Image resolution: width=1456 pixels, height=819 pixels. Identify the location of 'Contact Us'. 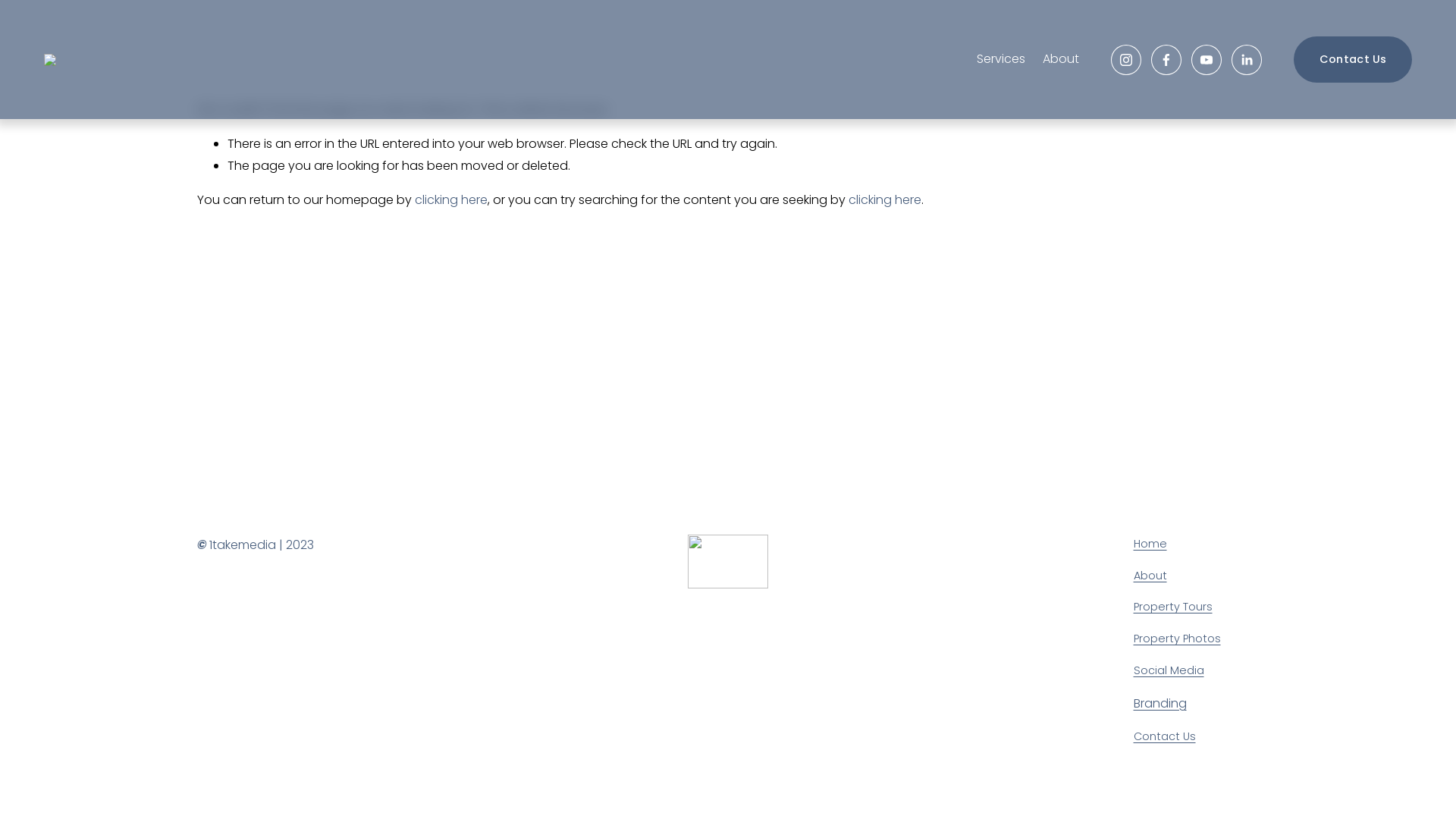
(1292, 58).